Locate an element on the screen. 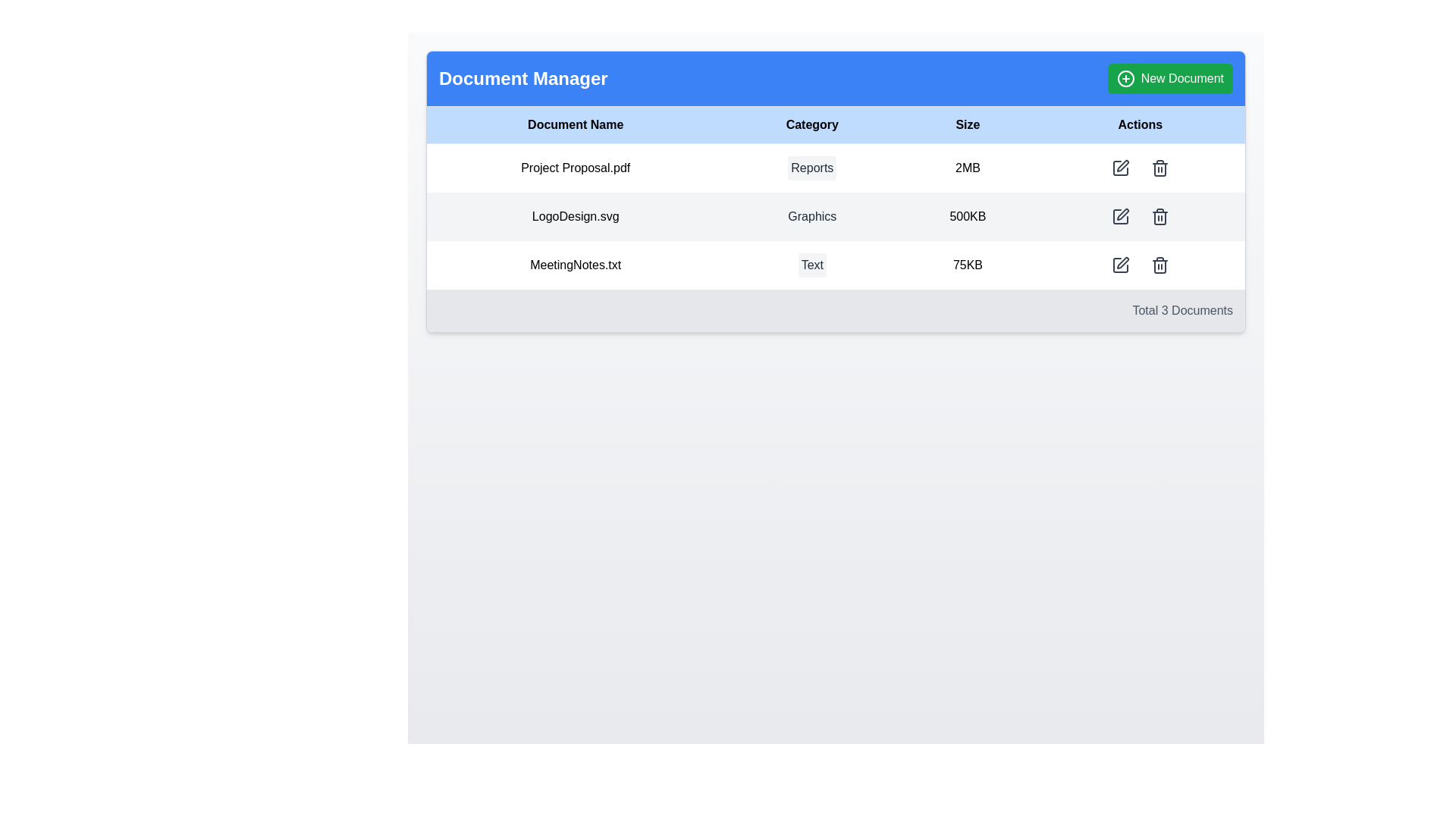  the delete button located in the 'Actions' column of the first row in the document table is located at coordinates (1159, 168).